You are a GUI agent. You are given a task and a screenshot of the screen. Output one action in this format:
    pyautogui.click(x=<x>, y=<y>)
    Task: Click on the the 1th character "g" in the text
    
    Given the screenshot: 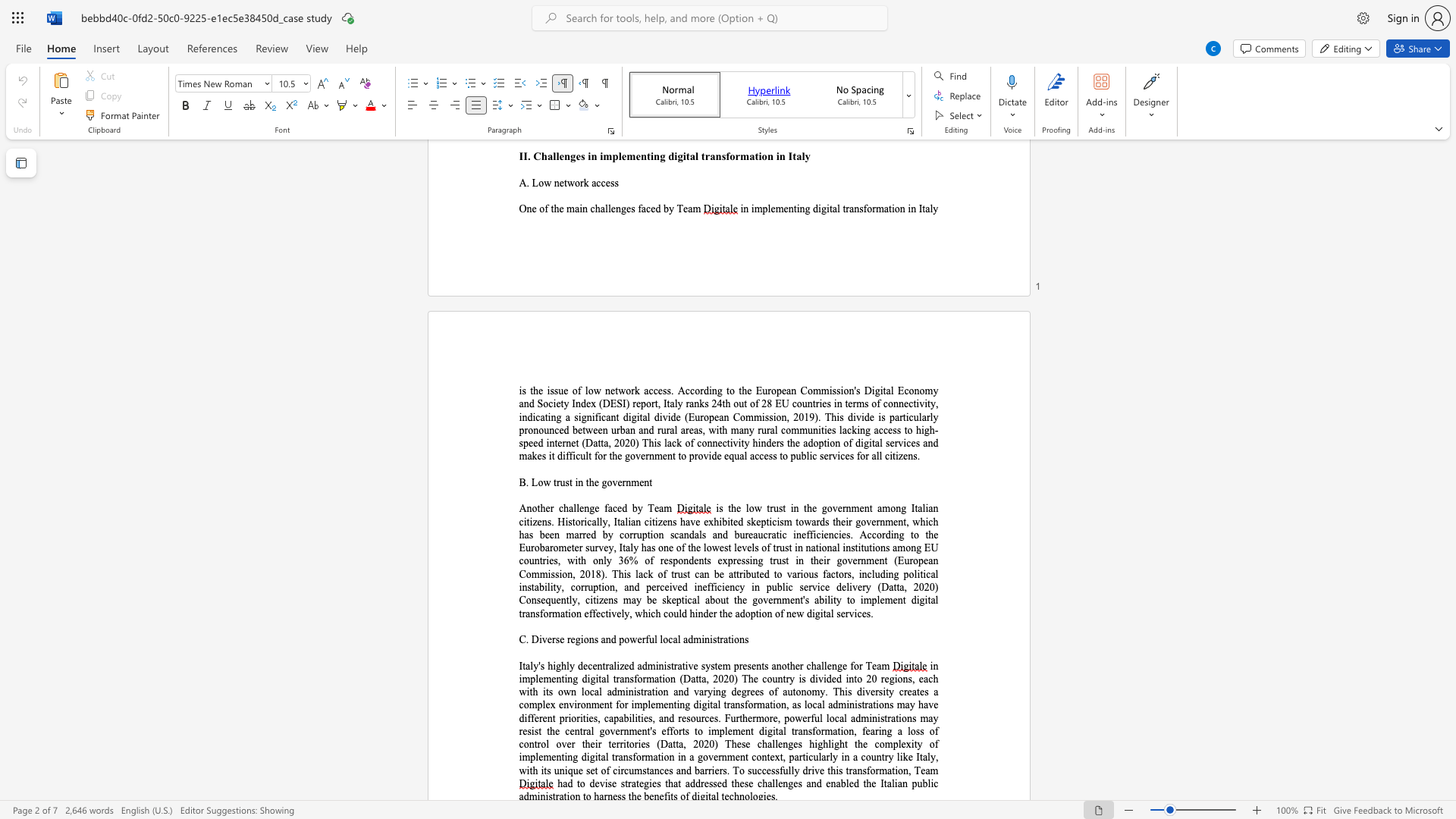 What is the action you would take?
    pyautogui.click(x=591, y=508)
    